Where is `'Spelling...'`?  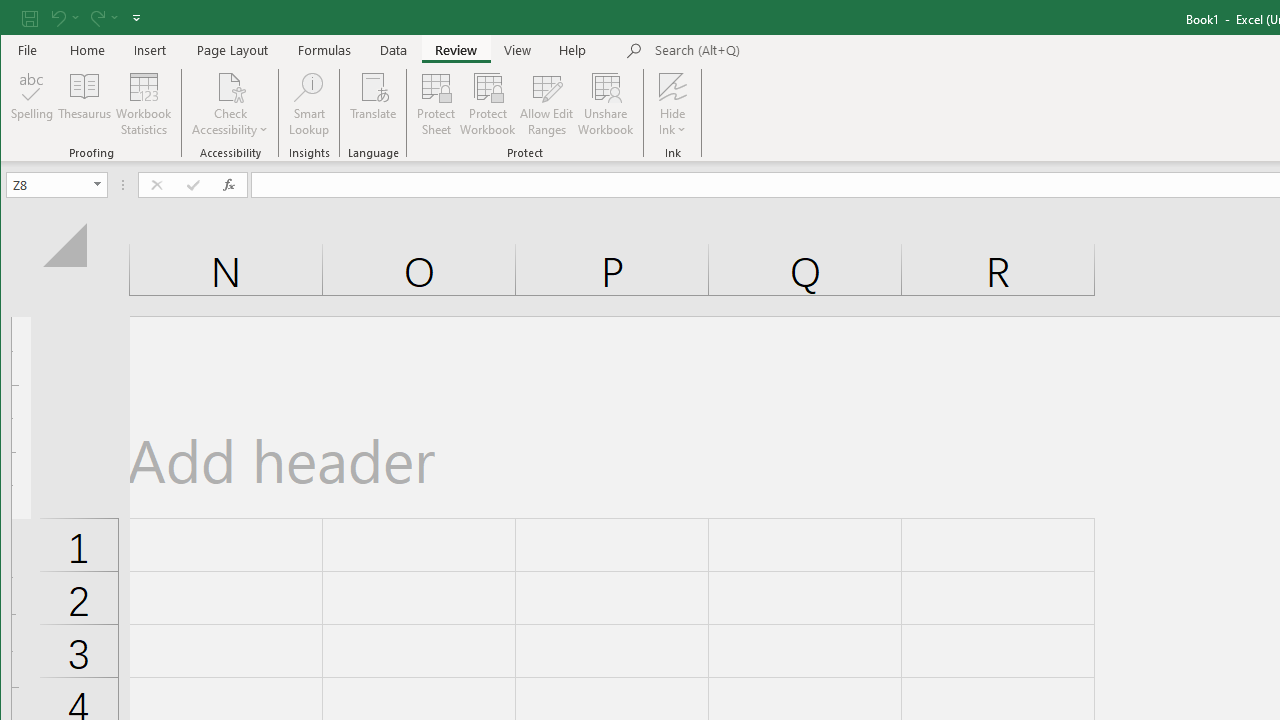 'Spelling...' is located at coordinates (32, 104).